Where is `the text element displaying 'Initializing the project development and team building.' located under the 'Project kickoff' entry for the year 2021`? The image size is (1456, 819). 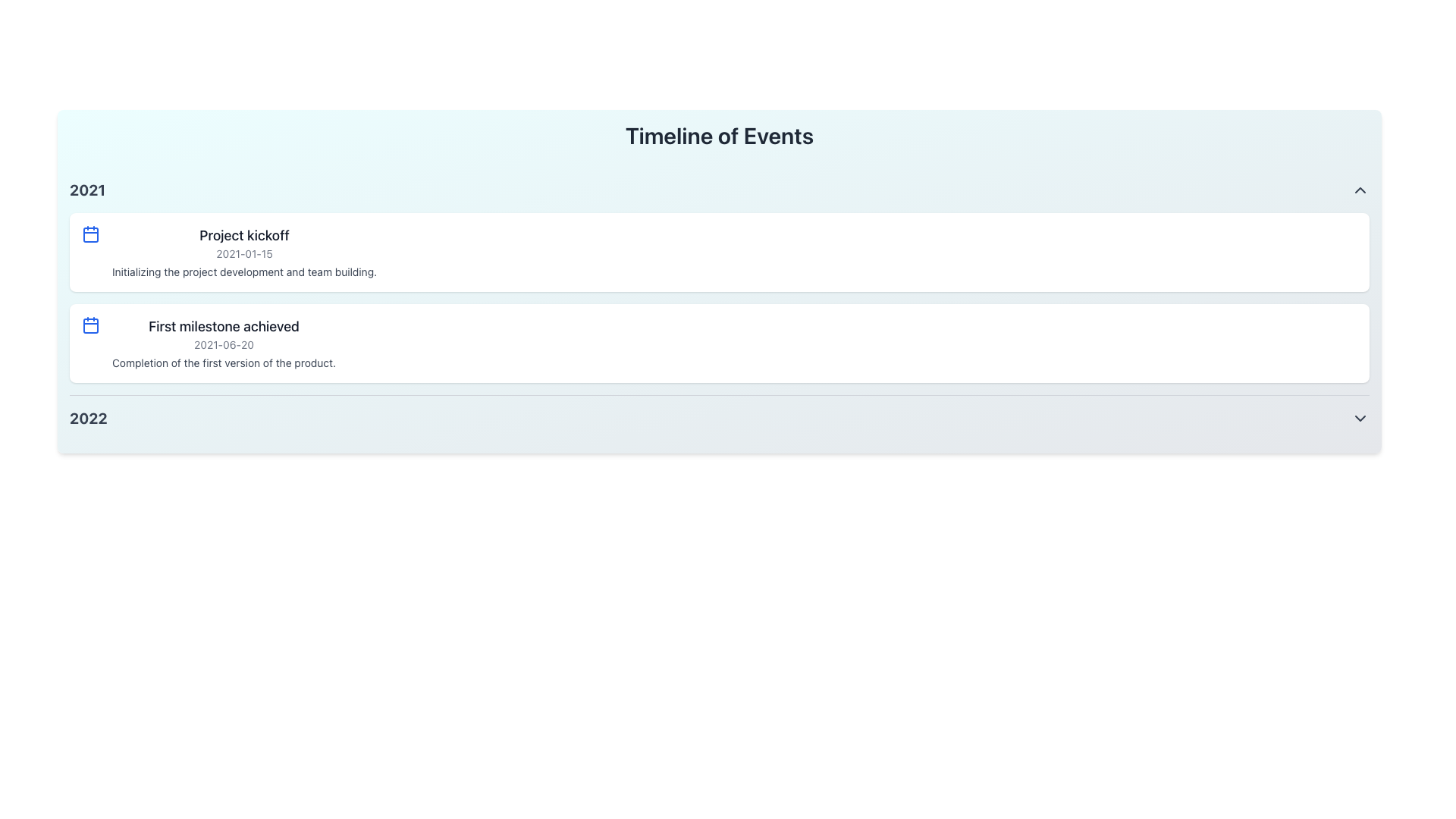
the text element displaying 'Initializing the project development and team building.' located under the 'Project kickoff' entry for the year 2021 is located at coordinates (244, 271).